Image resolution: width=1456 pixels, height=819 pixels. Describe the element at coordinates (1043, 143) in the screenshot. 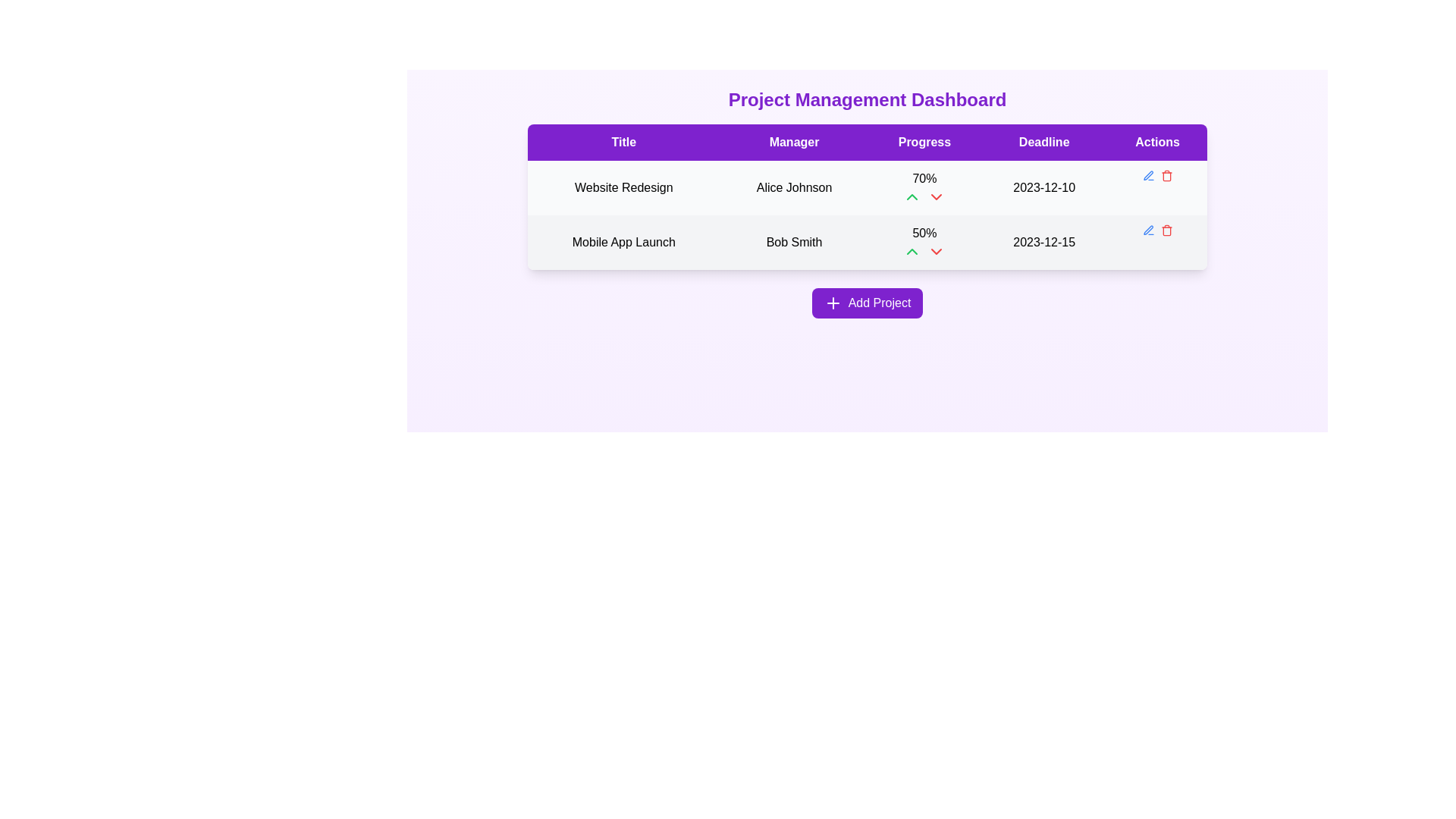

I see `the 'Deadline' header cell in the table, which is the fourth header in the sequence of five: 'Title', 'Manager', 'Progress', 'Deadline', and 'Actions'` at that location.